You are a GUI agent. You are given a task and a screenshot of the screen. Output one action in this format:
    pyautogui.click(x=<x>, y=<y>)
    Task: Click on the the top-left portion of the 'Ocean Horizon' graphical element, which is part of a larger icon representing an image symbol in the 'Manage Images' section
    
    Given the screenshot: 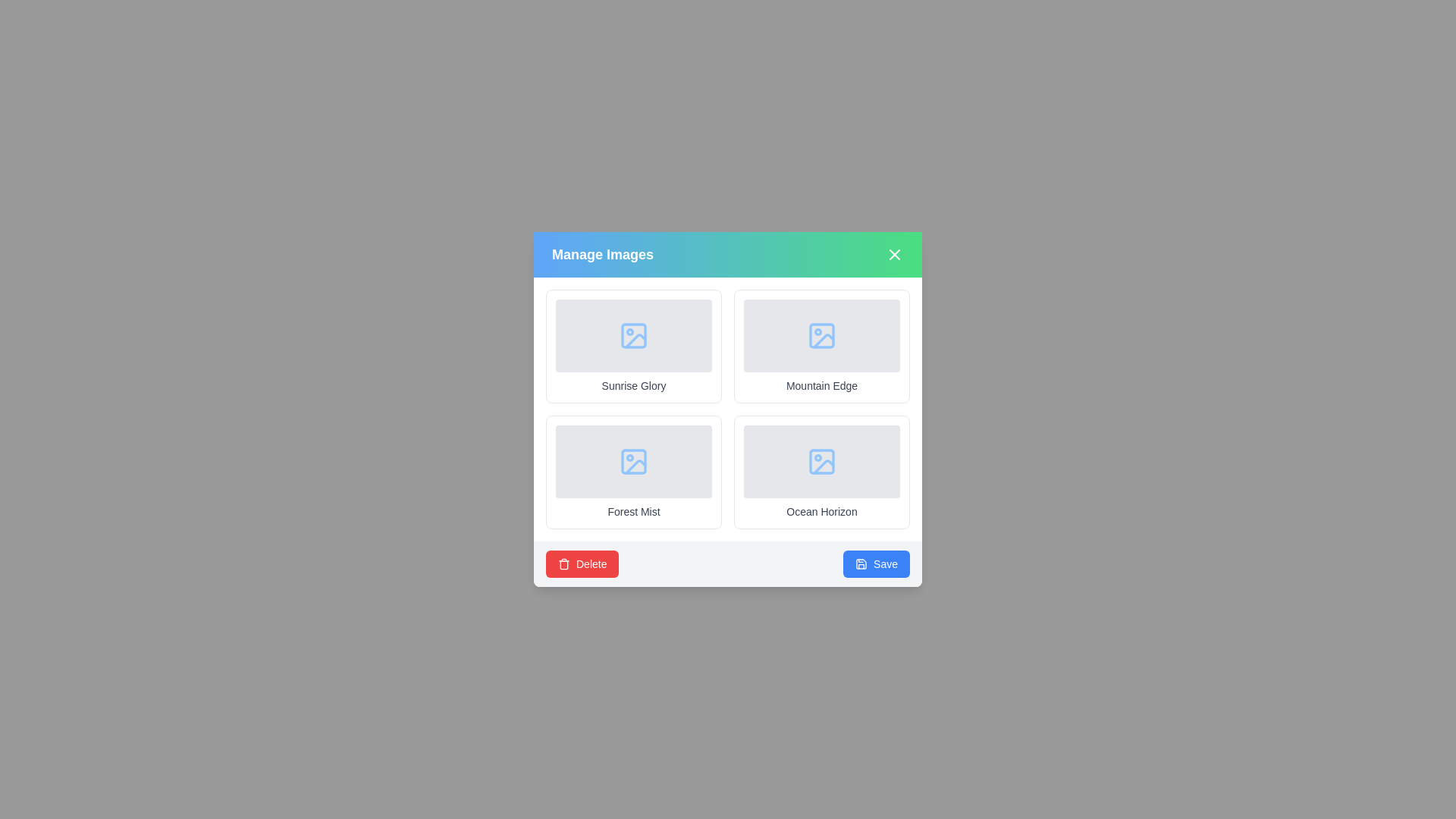 What is the action you would take?
    pyautogui.click(x=821, y=461)
    